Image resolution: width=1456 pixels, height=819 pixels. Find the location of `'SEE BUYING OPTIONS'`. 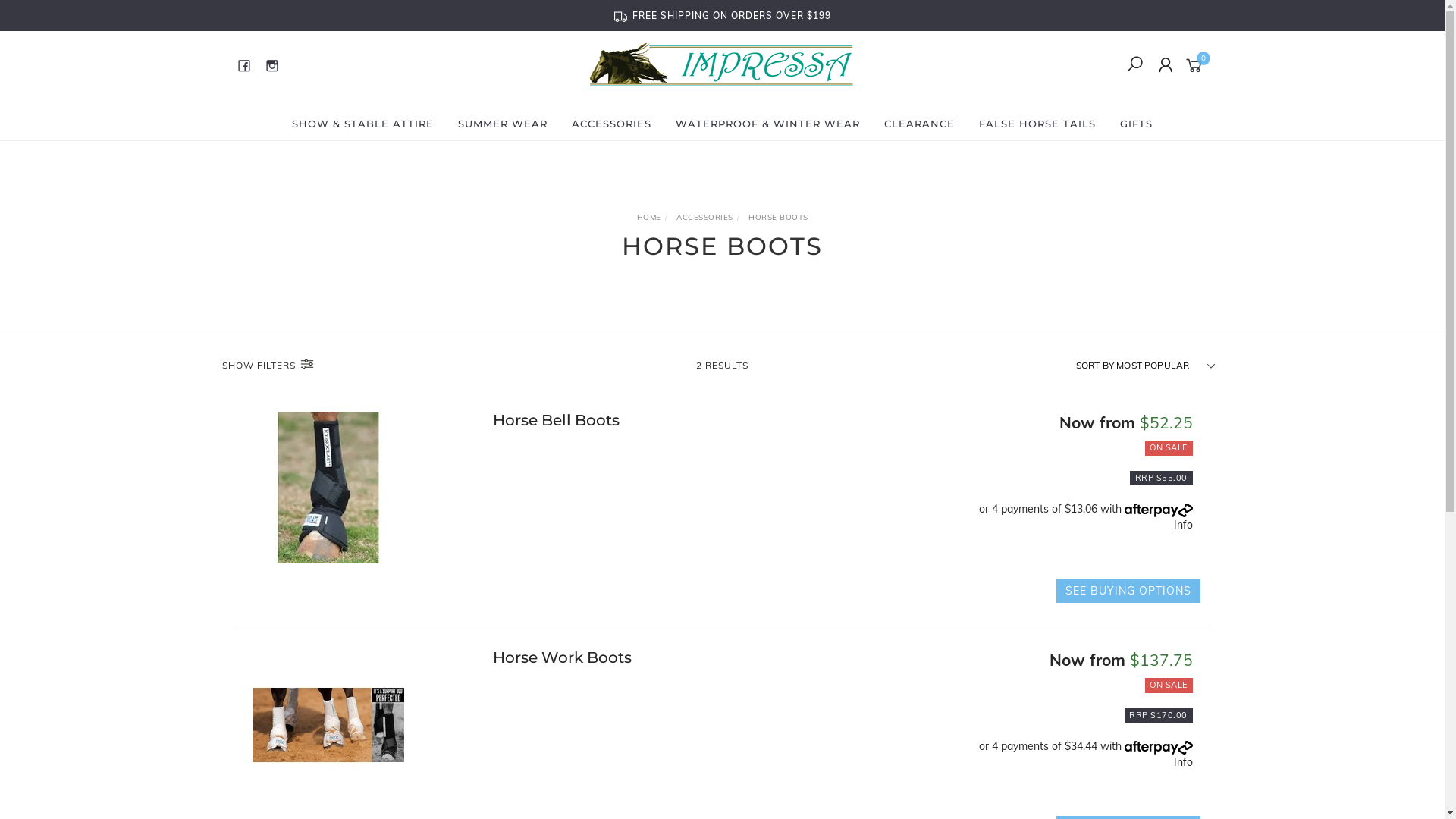

'SEE BUYING OPTIONS' is located at coordinates (1128, 590).